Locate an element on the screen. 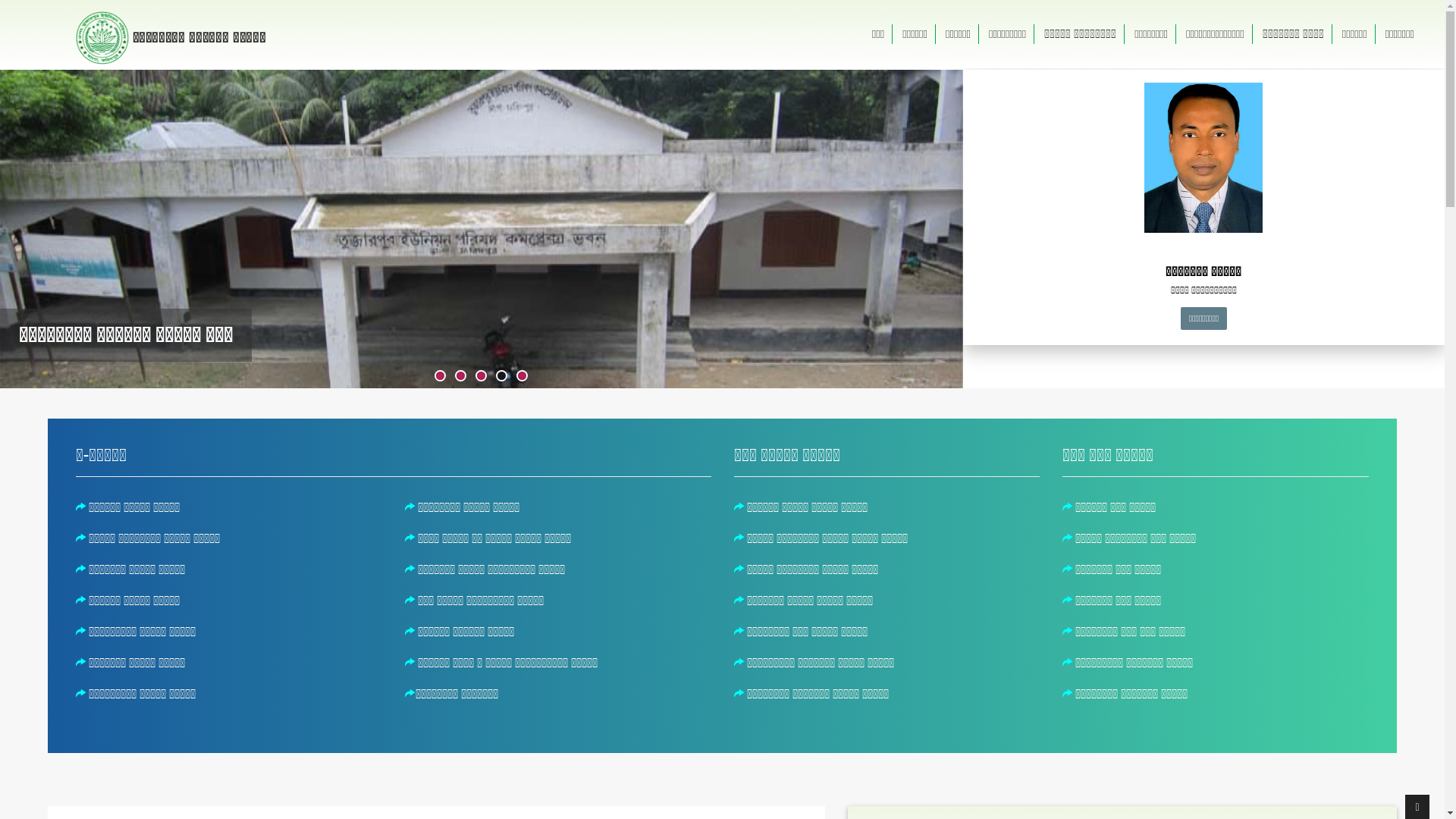  '3' is located at coordinates (475, 375).